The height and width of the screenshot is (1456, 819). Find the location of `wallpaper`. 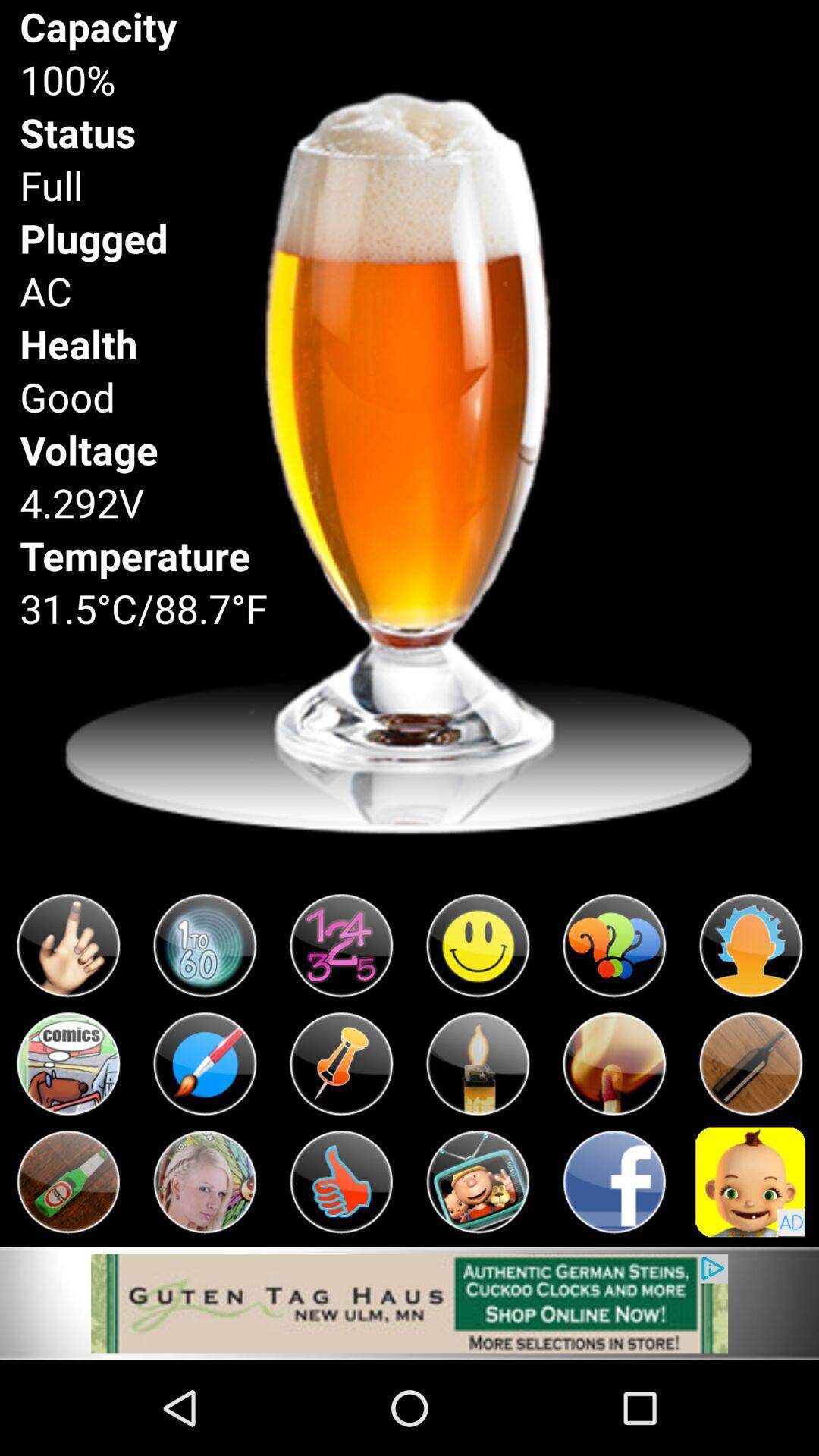

wallpaper is located at coordinates (409, 1302).